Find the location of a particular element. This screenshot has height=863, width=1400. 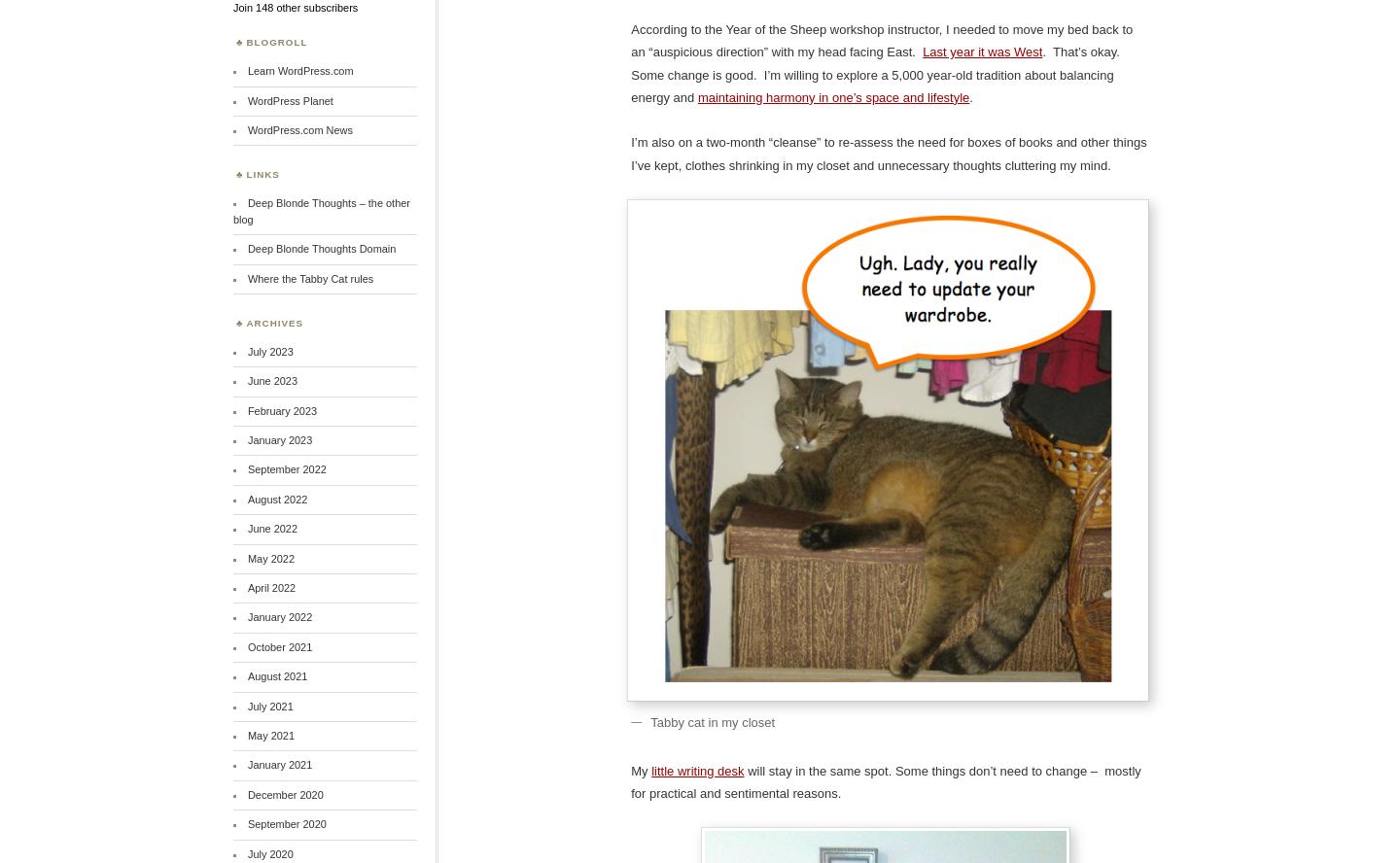

'July 2023' is located at coordinates (268, 350).